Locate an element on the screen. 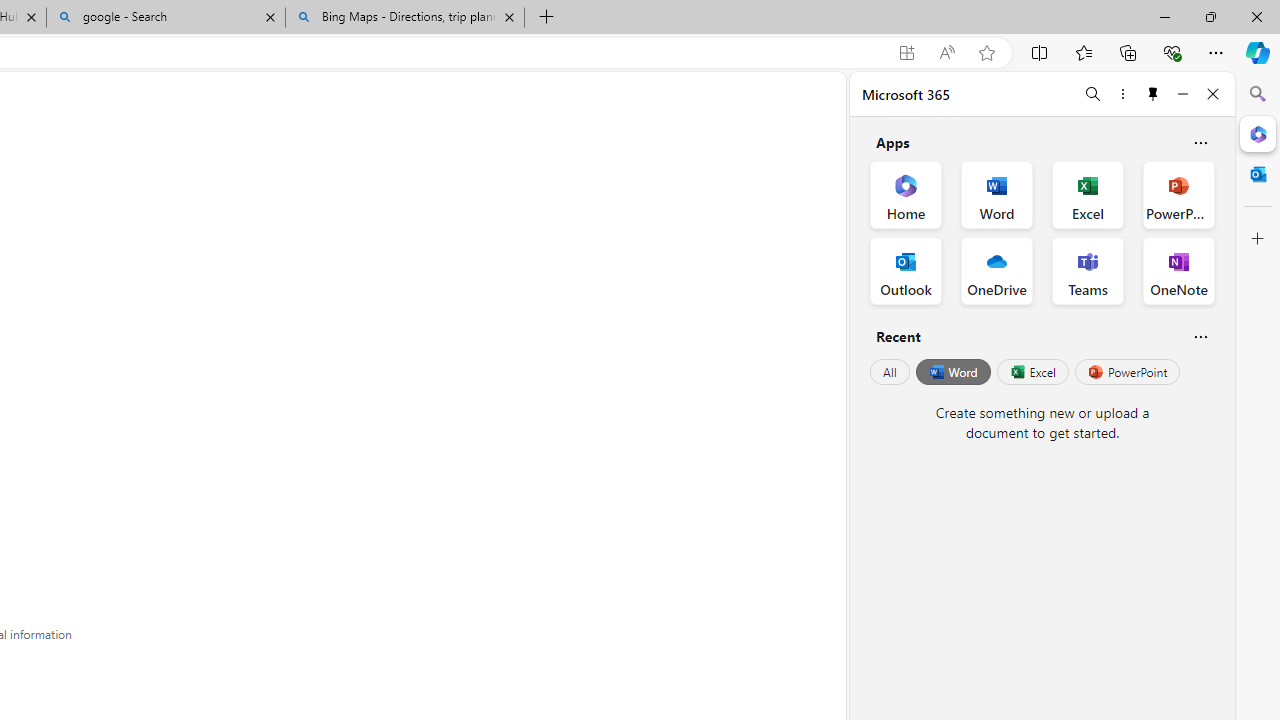 The height and width of the screenshot is (720, 1280). 'Unpin side pane' is located at coordinates (1153, 93).